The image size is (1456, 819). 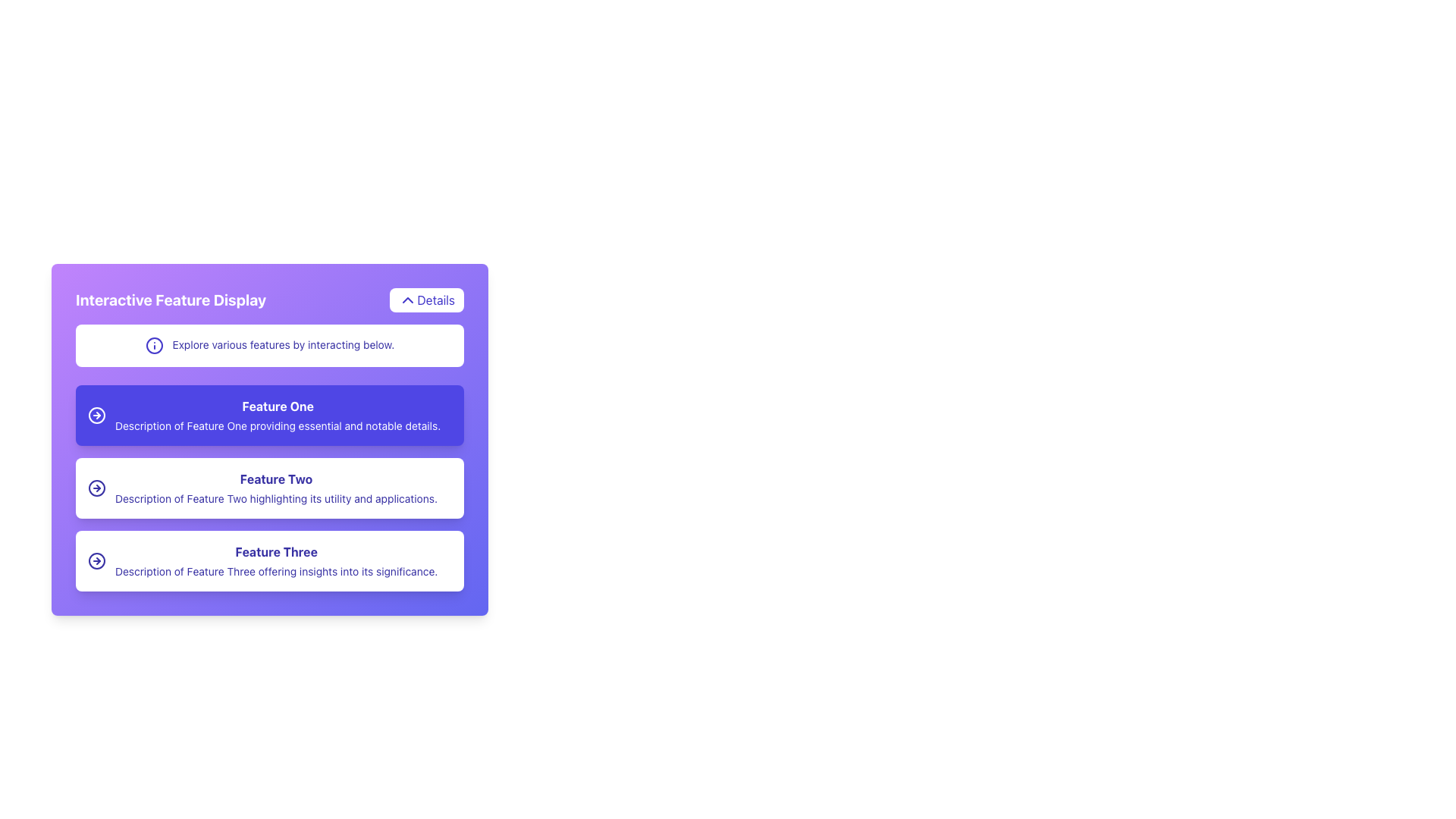 I want to click on the feature description card for 'Feature Two' located within the 'Interactive Feature Display', so click(x=269, y=488).